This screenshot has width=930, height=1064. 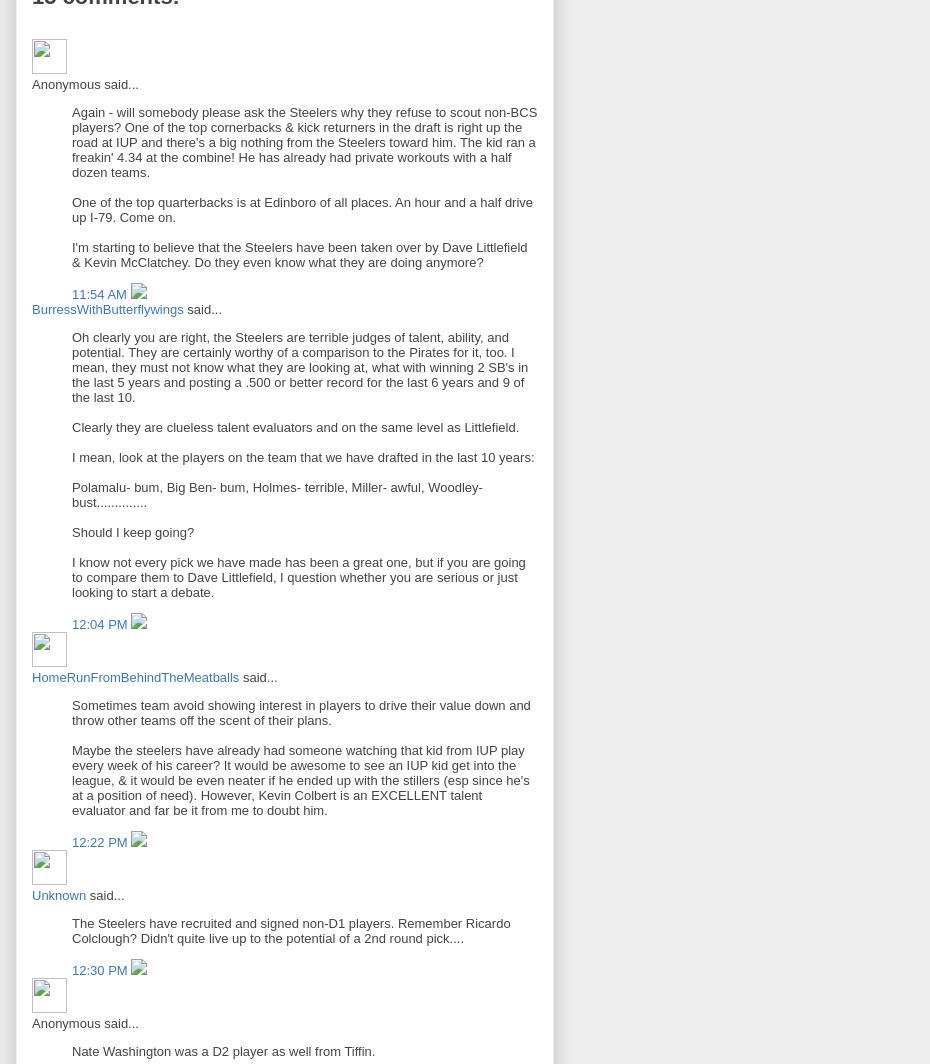 I want to click on 'One of the top quarterbacks is at Edinboro of all places. An hour and a half drive up I-79. Come on.', so click(x=302, y=210).